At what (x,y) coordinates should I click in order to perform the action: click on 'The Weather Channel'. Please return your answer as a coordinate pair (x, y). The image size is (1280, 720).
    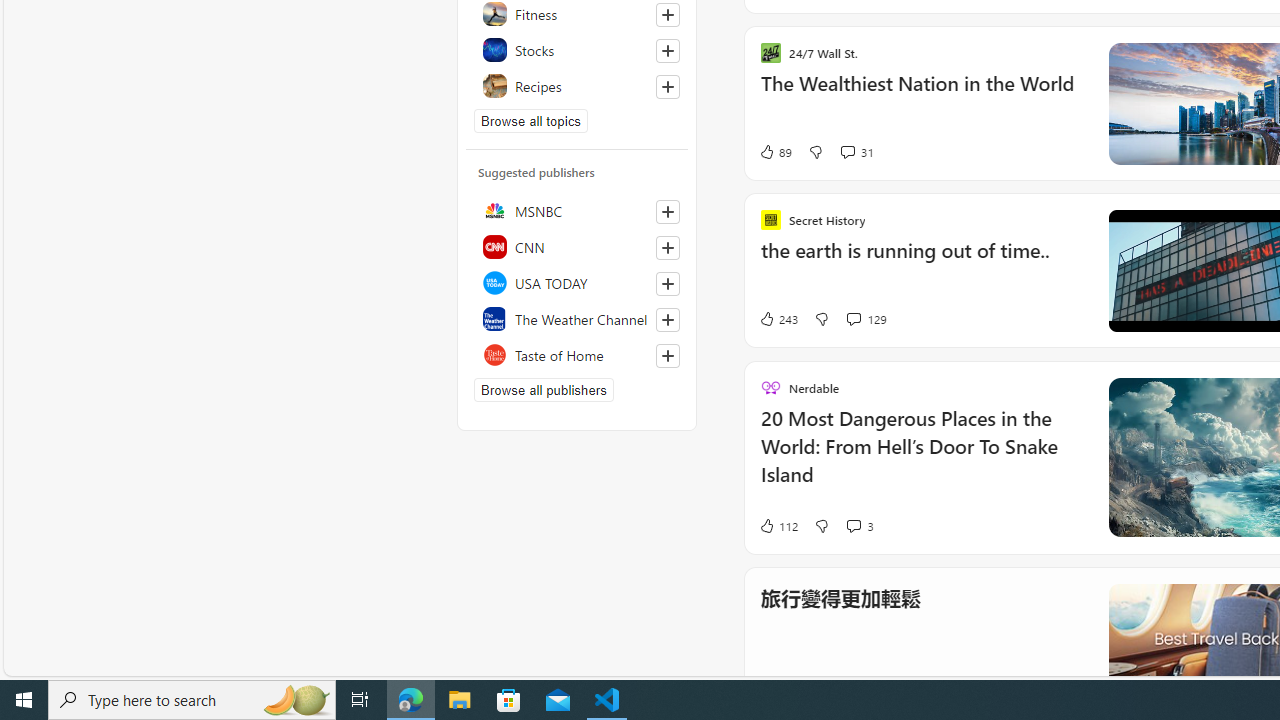
    Looking at the image, I should click on (576, 317).